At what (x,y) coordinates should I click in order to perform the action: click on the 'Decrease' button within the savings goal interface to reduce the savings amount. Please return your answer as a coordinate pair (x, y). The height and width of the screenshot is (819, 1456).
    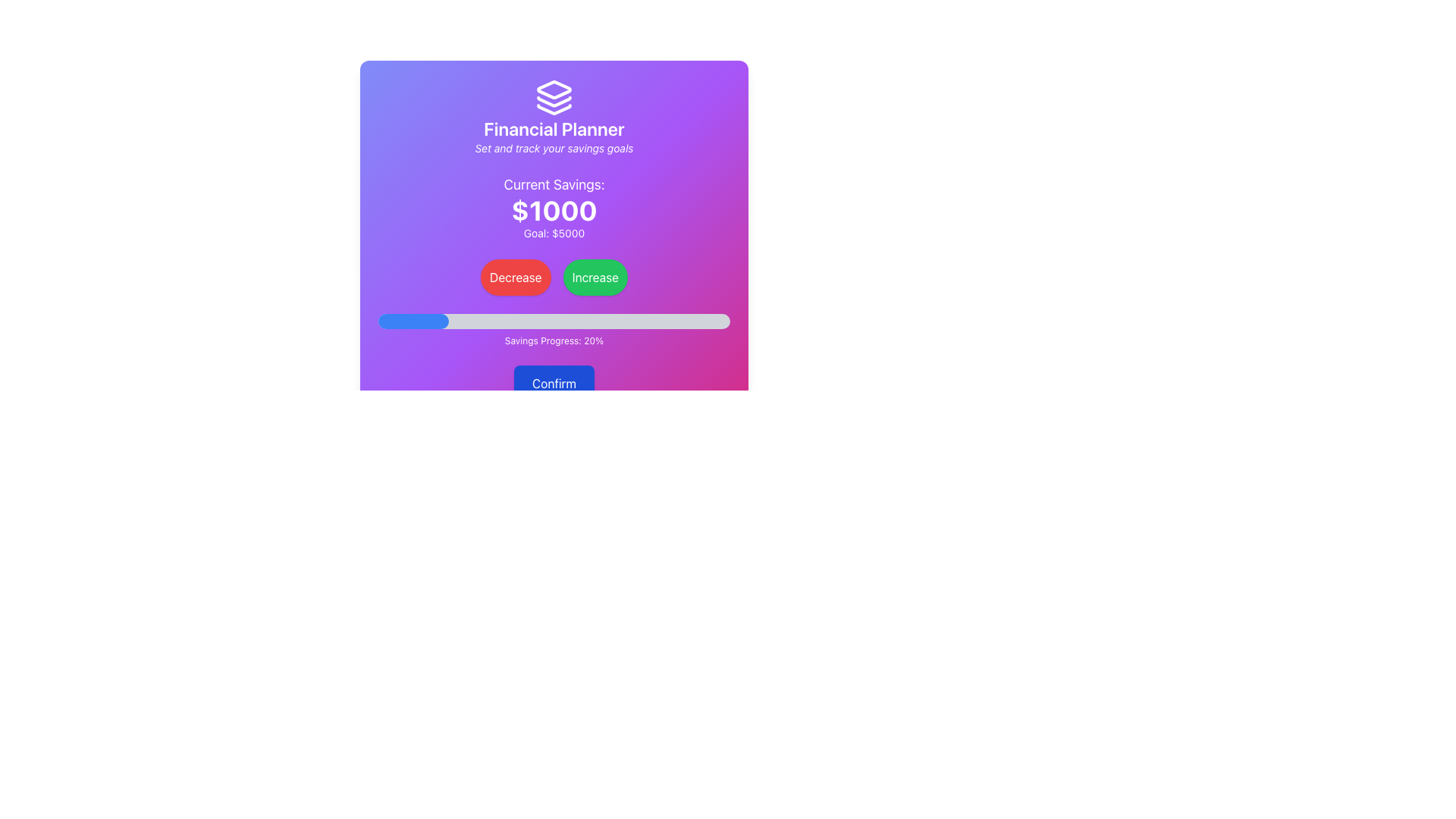
    Looking at the image, I should click on (553, 257).